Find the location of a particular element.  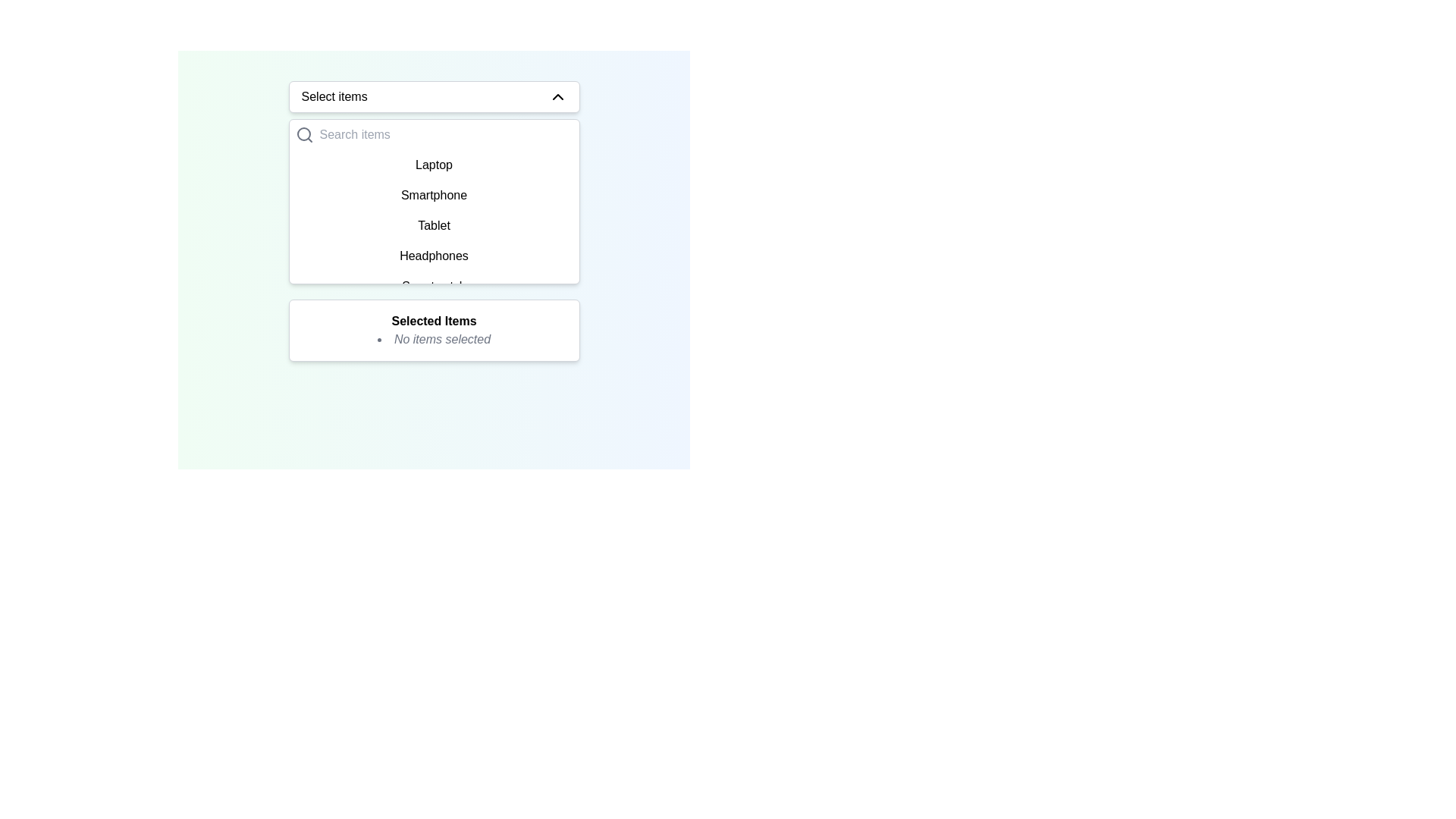

the static text with a bullet point indicating that no items are currently selected, located in the 'Selected Items' box is located at coordinates (433, 338).